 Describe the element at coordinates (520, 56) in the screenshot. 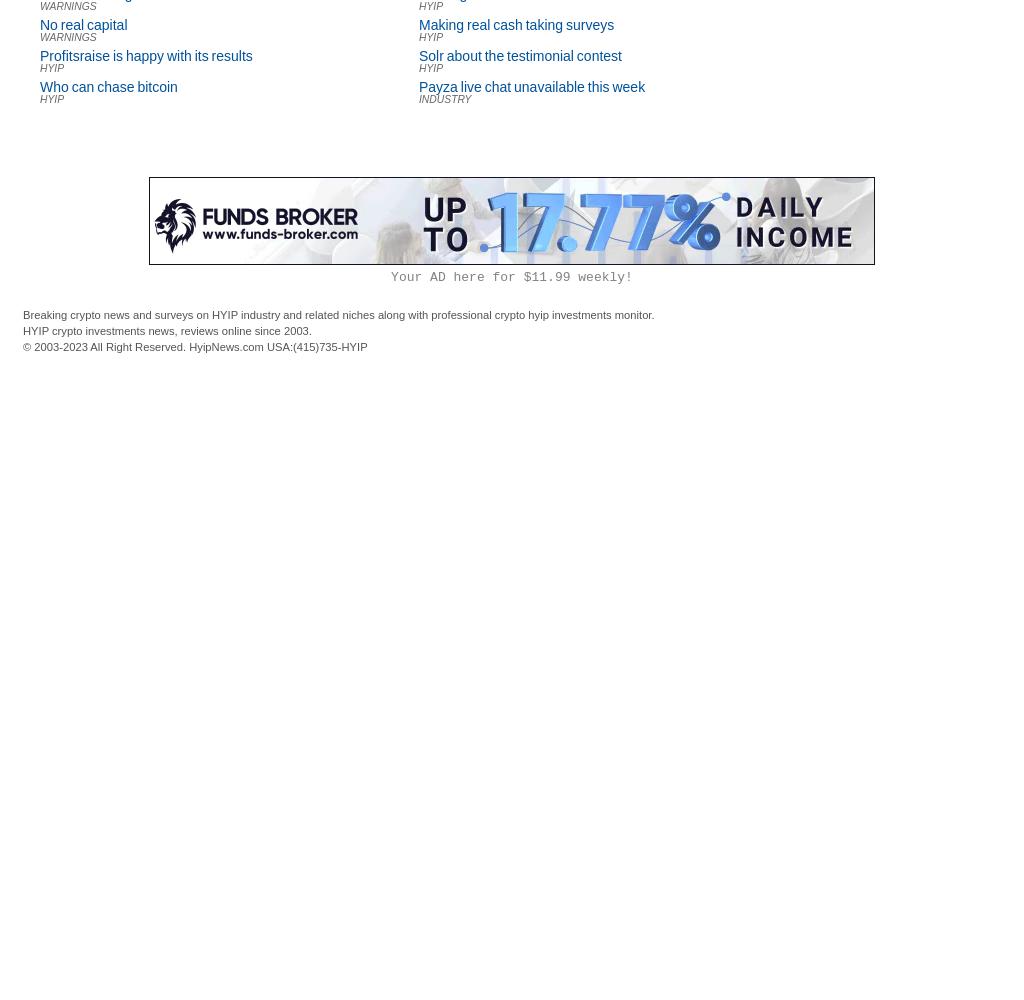

I see `'Solr about the testimonial contest'` at that location.